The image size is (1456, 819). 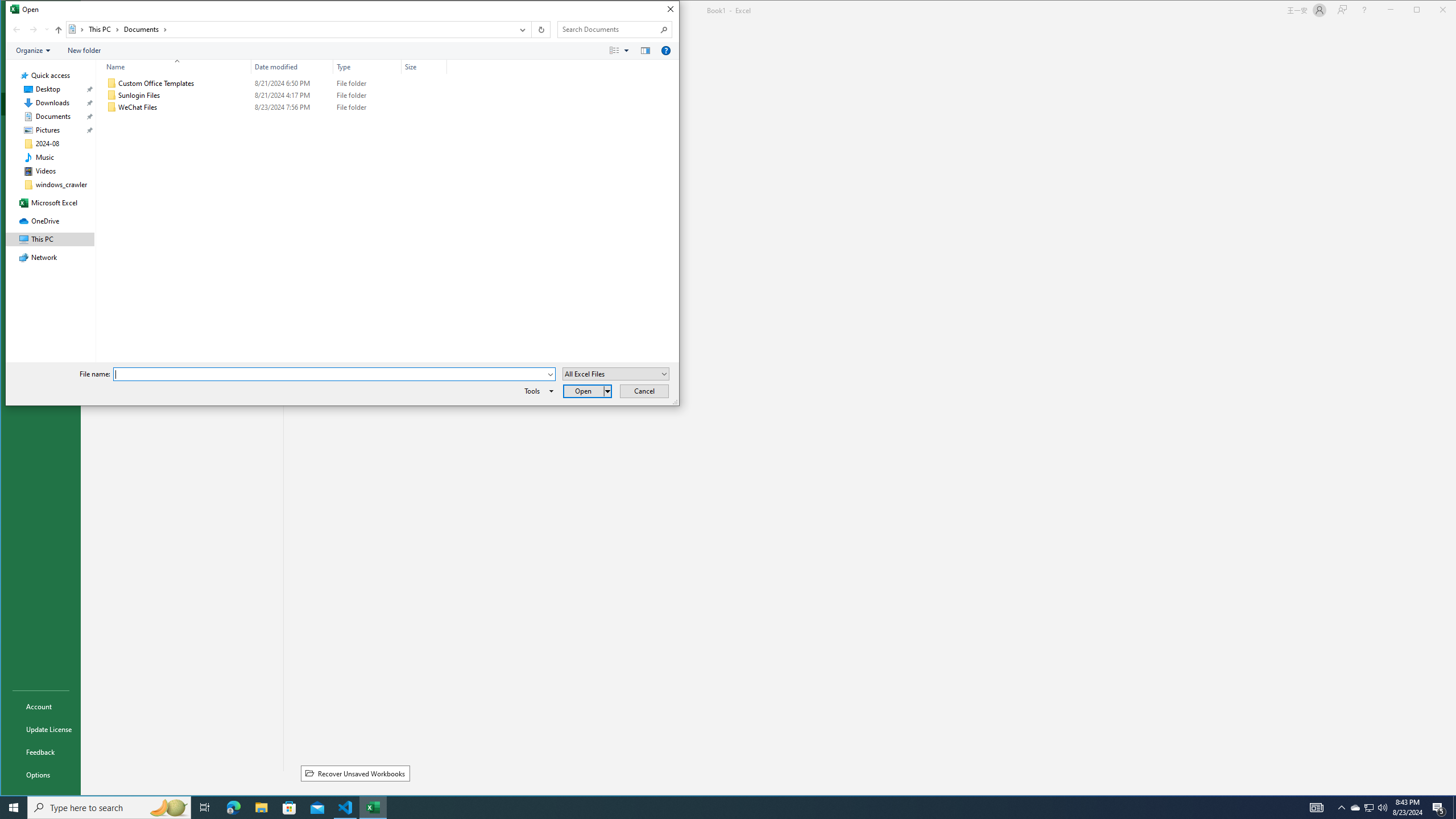 I want to click on 'File name:', so click(x=329, y=374).